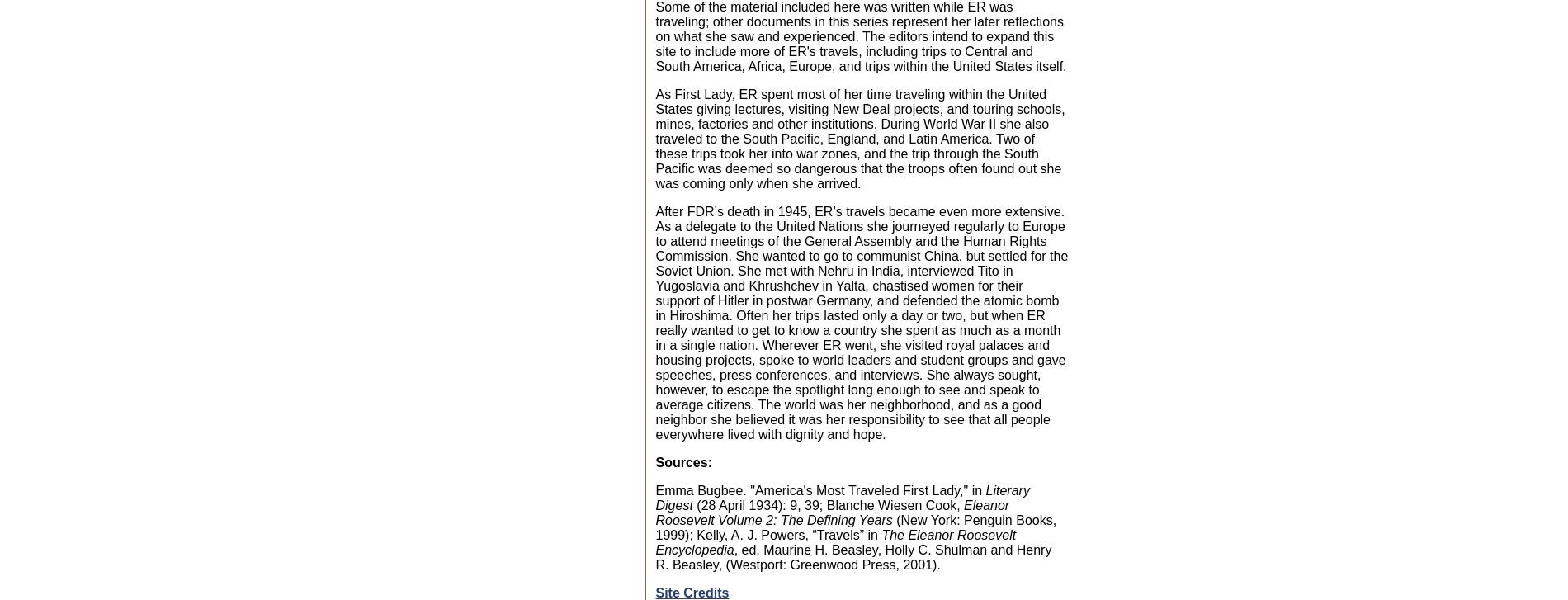 The image size is (1568, 600). Describe the element at coordinates (860, 36) in the screenshot. I see `'Some of the material included here was written while ER was traveling; other documents in this series represent her later reflections on what she saw and experienced. The editors intend to expand this site to include more of ER's travels, including trips to Central and South America, Africa, Europe, and trips within the United  States itself.'` at that location.